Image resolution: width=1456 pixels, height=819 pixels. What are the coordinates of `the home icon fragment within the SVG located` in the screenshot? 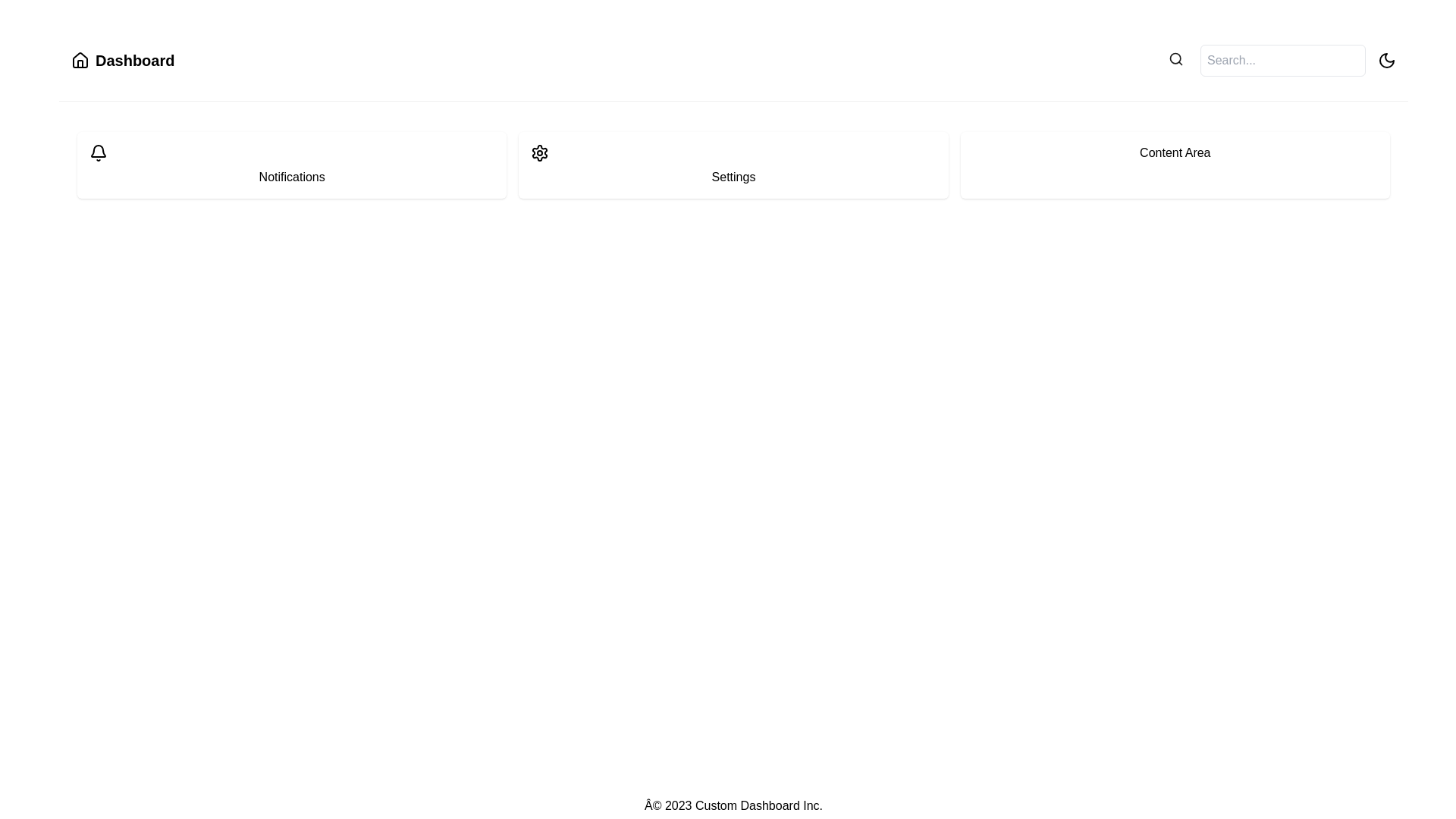 It's located at (79, 58).